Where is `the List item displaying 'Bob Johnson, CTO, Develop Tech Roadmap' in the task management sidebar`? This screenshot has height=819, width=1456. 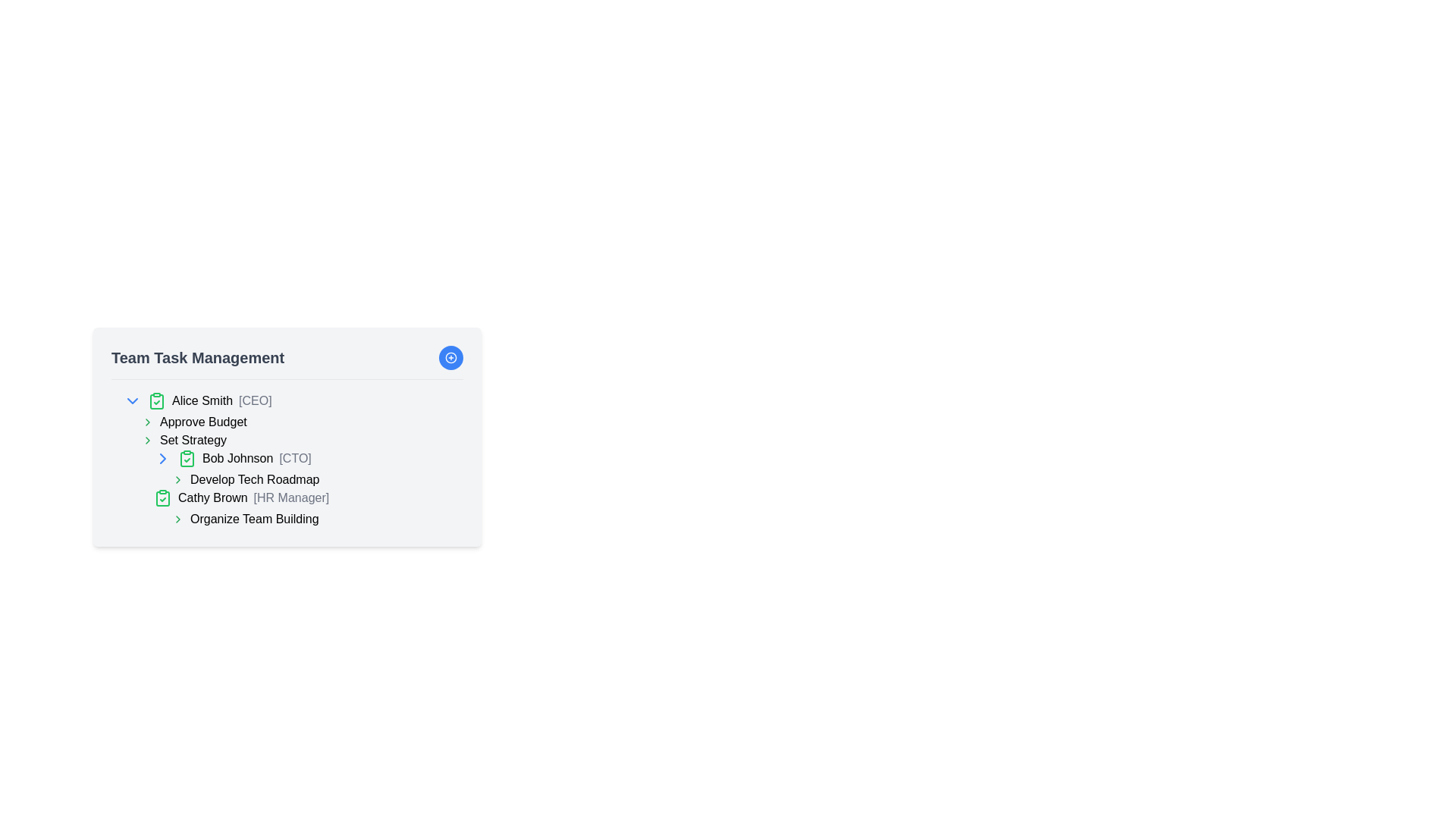 the List item displaying 'Bob Johnson, CTO, Develop Tech Roadmap' in the task management sidebar is located at coordinates (293, 488).